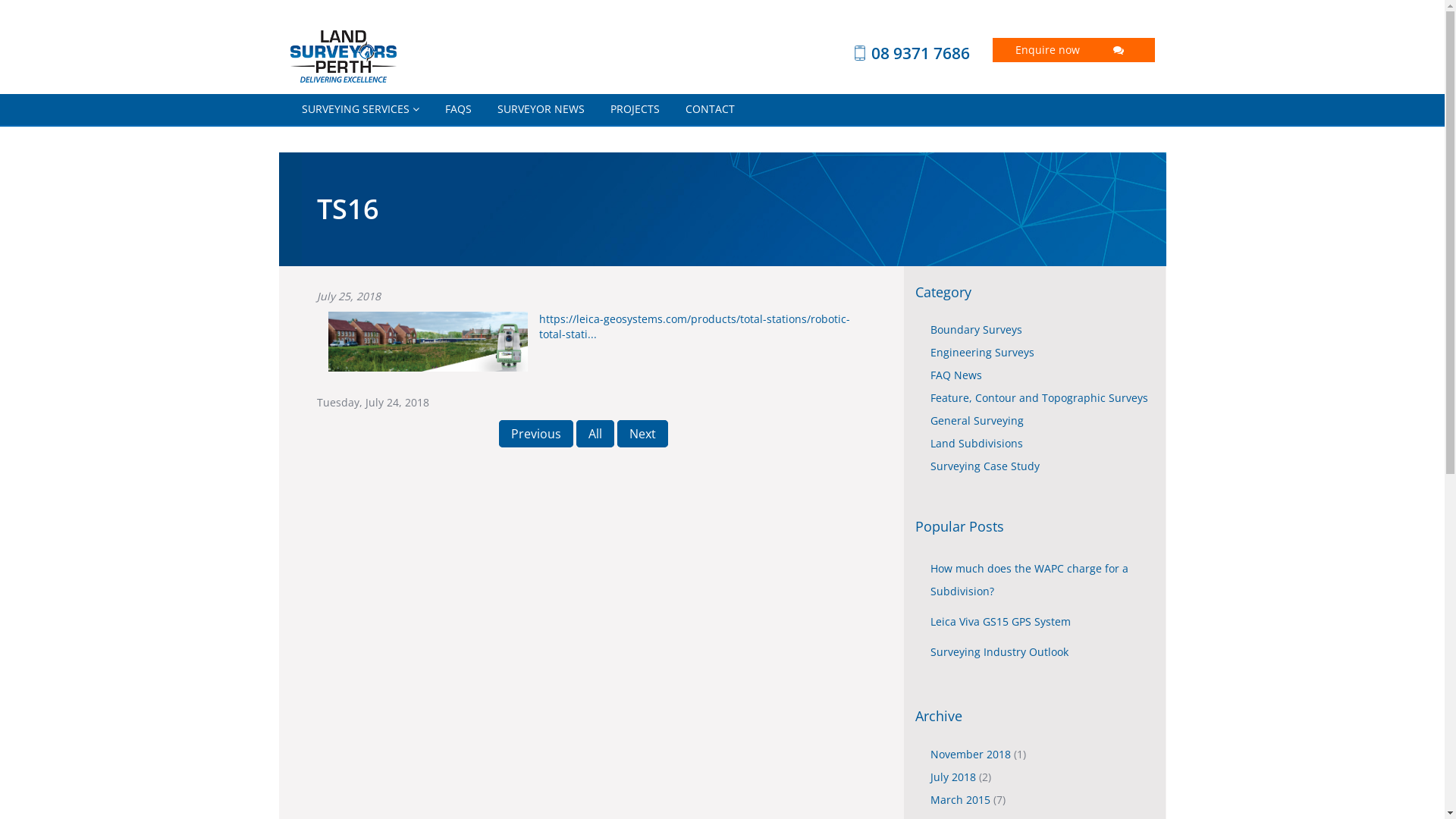  Describe the element at coordinates (930, 754) in the screenshot. I see `'November 2018'` at that location.